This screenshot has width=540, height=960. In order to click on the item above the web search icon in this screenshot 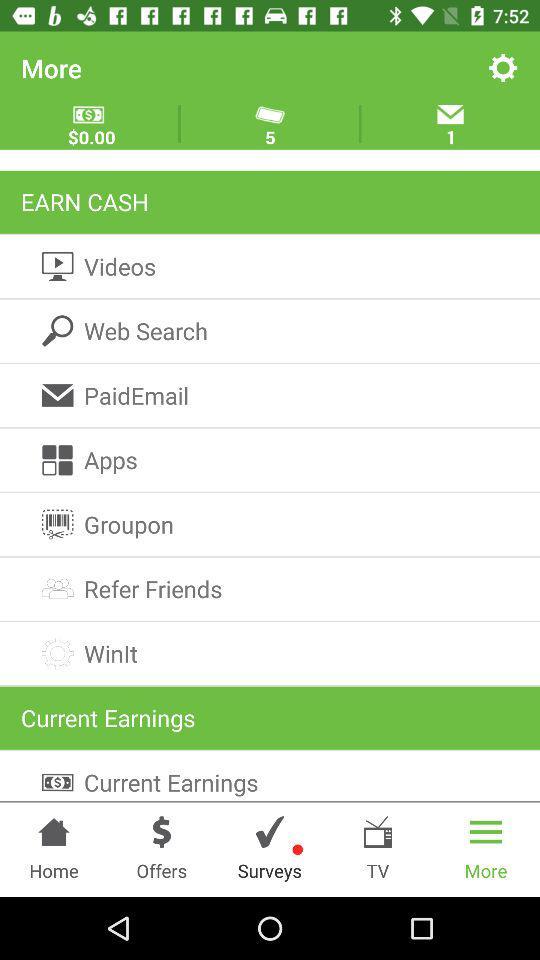, I will do `click(270, 265)`.